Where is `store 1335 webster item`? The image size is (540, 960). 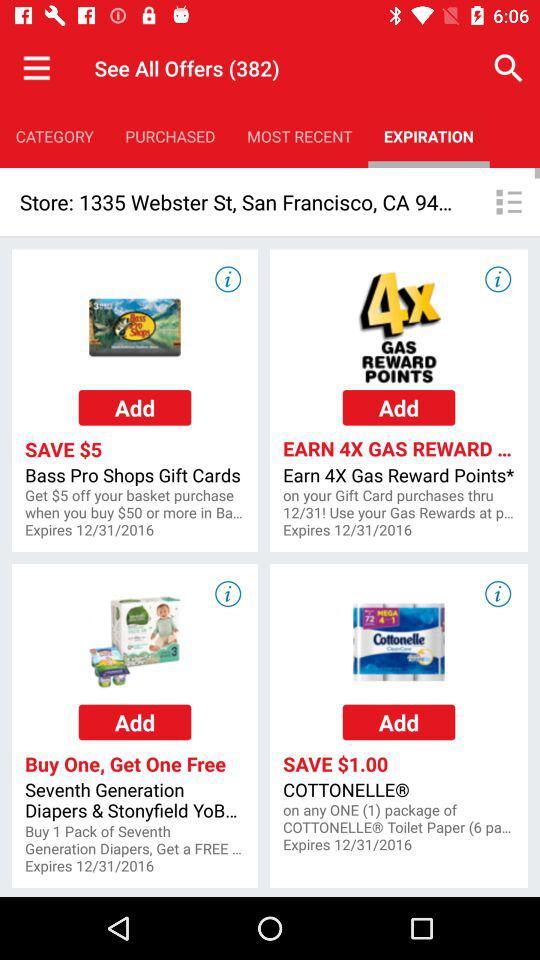
store 1335 webster item is located at coordinates (238, 202).